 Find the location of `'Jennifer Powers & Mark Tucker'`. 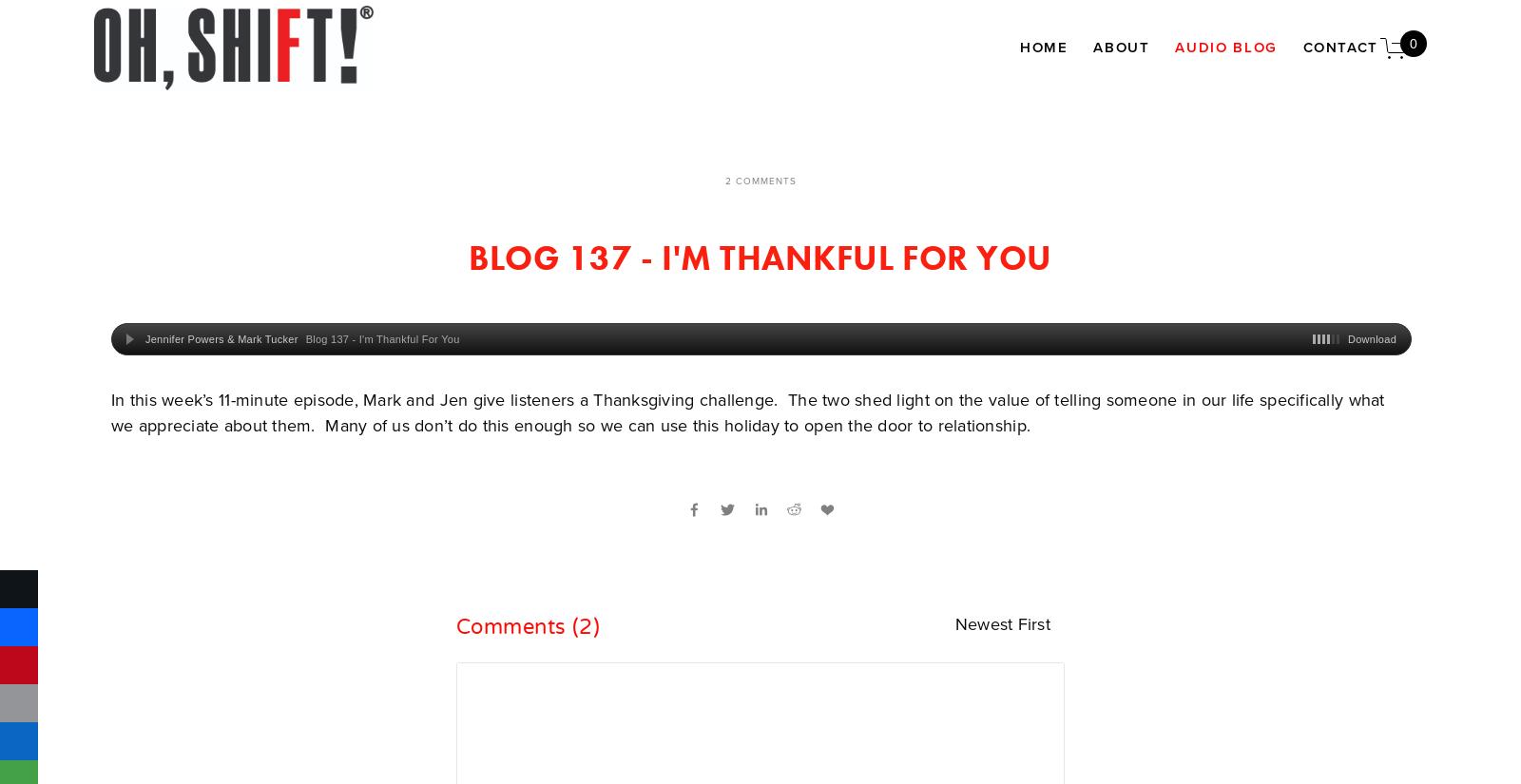

'Jennifer Powers & Mark Tucker' is located at coordinates (221, 337).